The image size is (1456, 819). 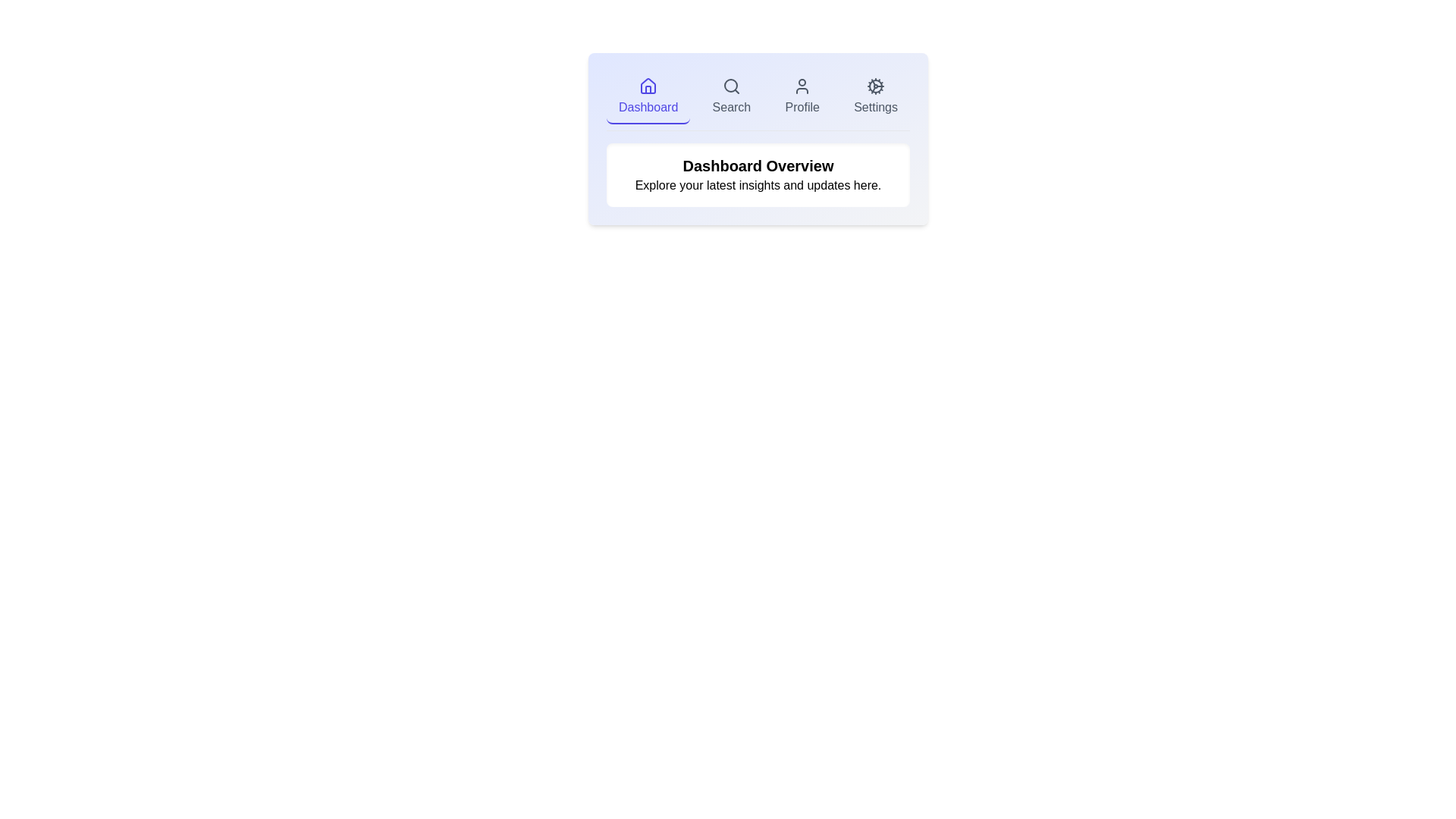 What do you see at coordinates (758, 174) in the screenshot?
I see `text contained in the 'Dashboard Overview' text block, which features a bold header and a descriptive line below it` at bounding box center [758, 174].